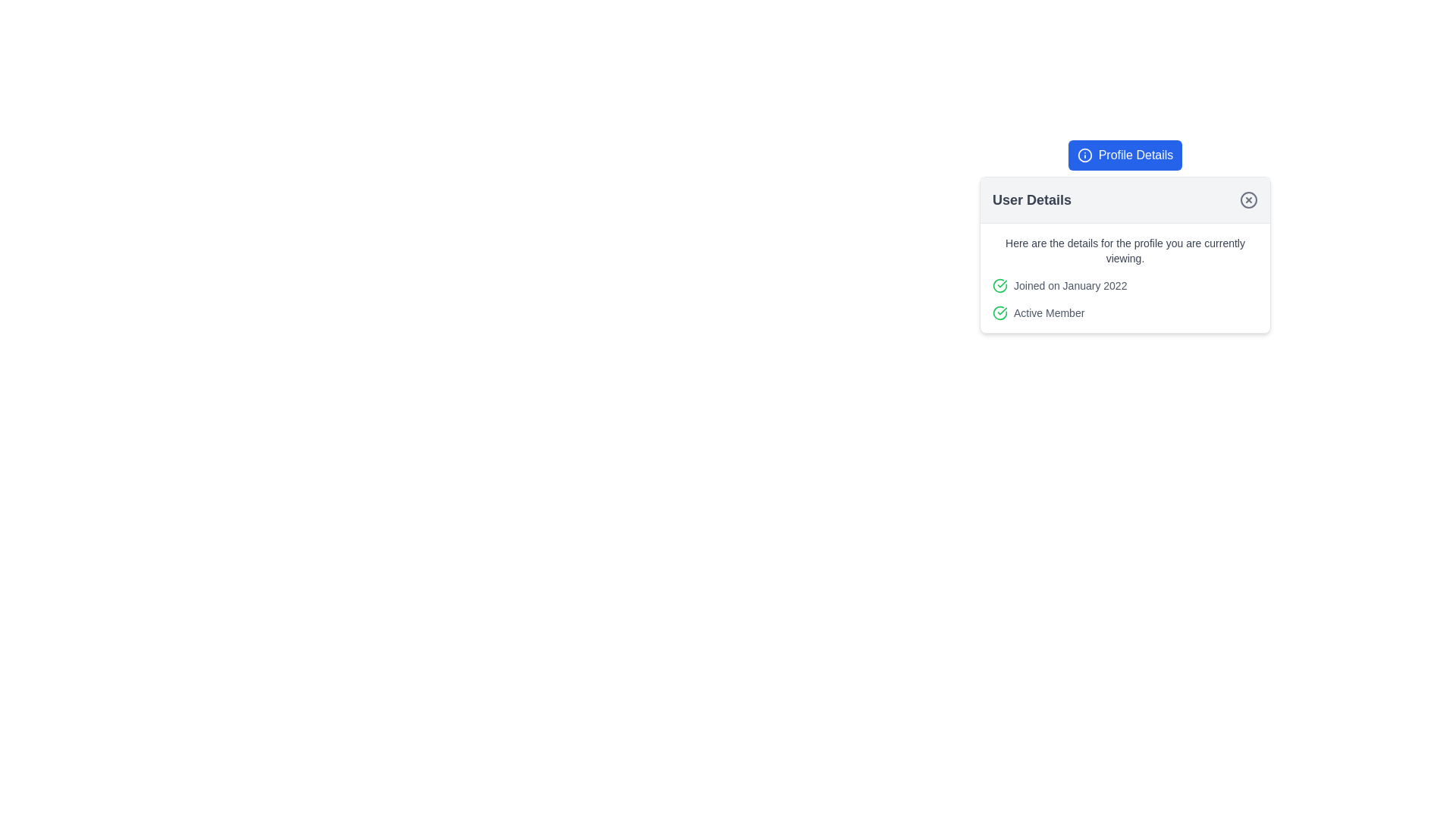 Image resolution: width=1456 pixels, height=819 pixels. What do you see at coordinates (1125, 286) in the screenshot?
I see `the user details element displaying 'Joined on January 2022' with a green circular checkmark icon, located in the card layout under 'User Details'` at bounding box center [1125, 286].